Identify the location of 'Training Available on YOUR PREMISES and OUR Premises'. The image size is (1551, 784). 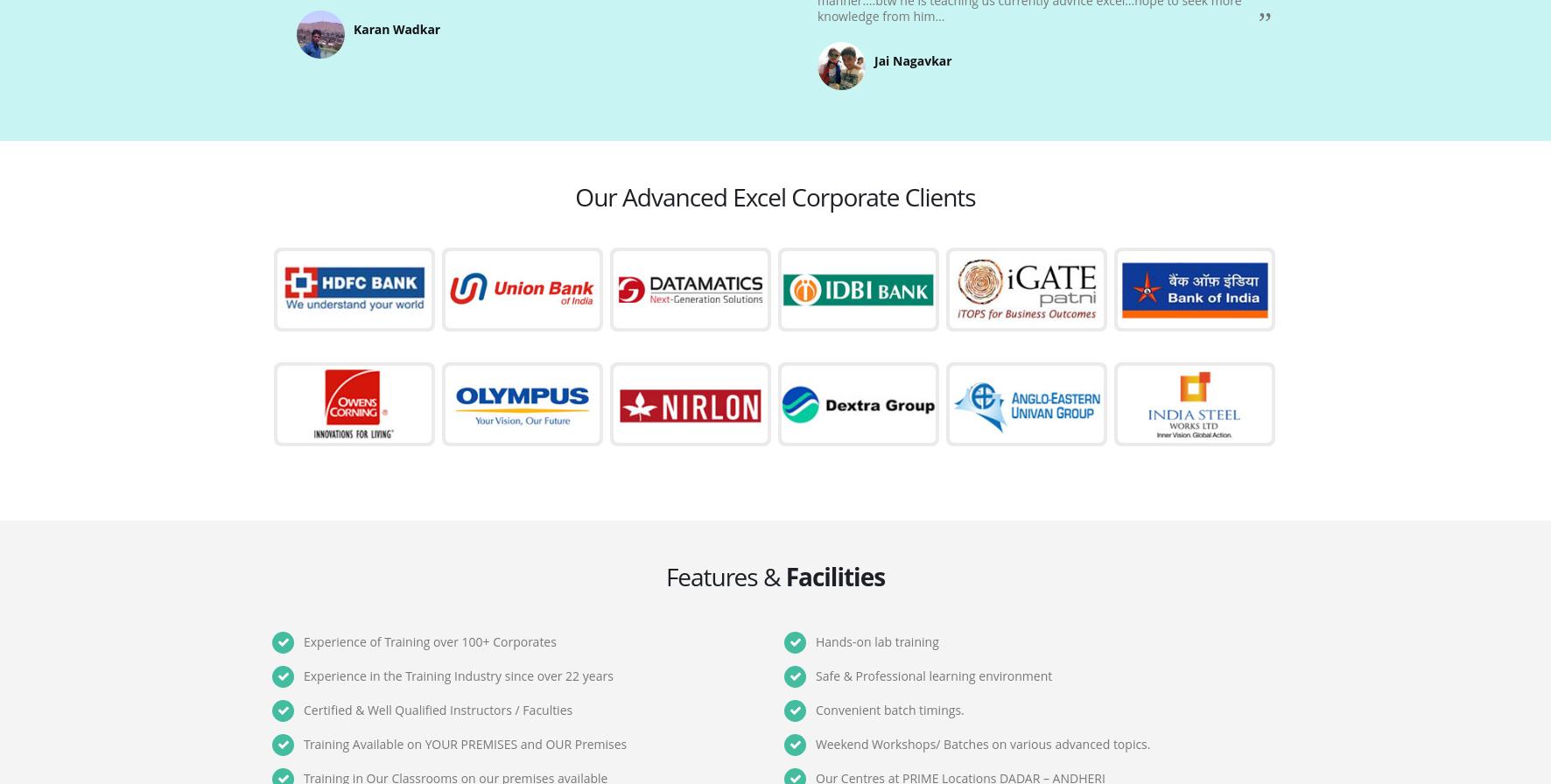
(464, 744).